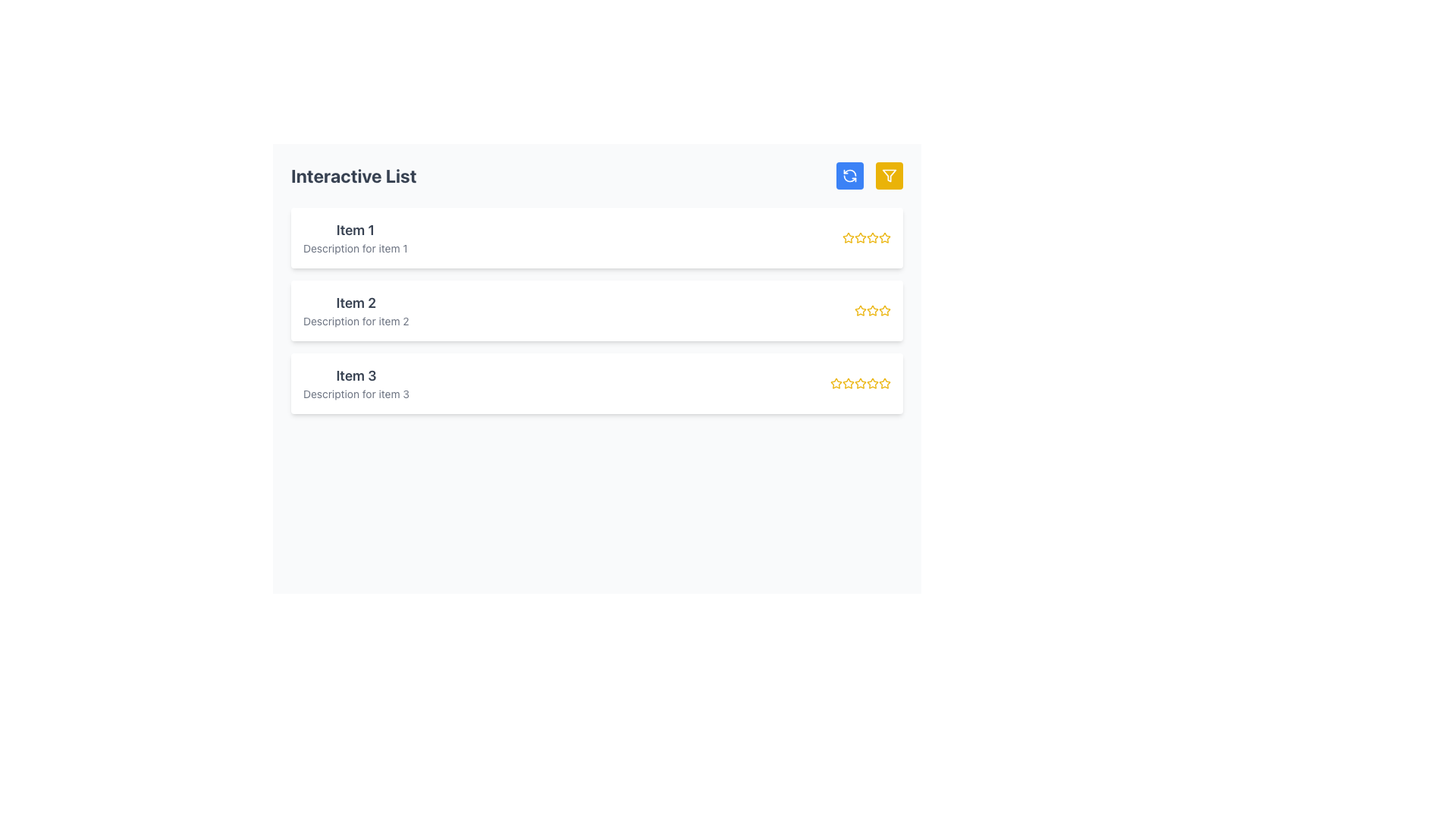  Describe the element at coordinates (859, 309) in the screenshot. I see `the second yellow star in the rating system` at that location.